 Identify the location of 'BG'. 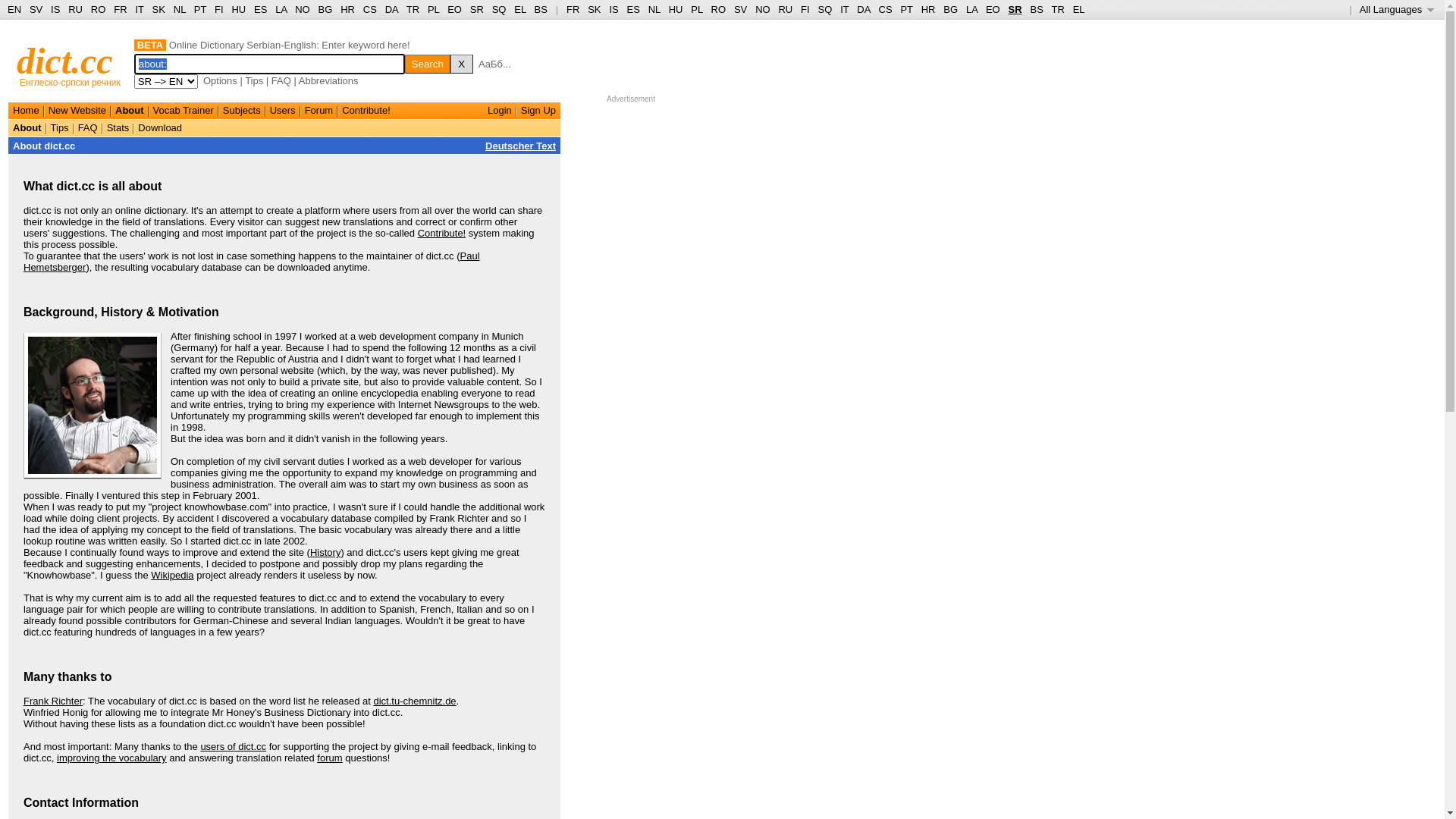
(318, 9).